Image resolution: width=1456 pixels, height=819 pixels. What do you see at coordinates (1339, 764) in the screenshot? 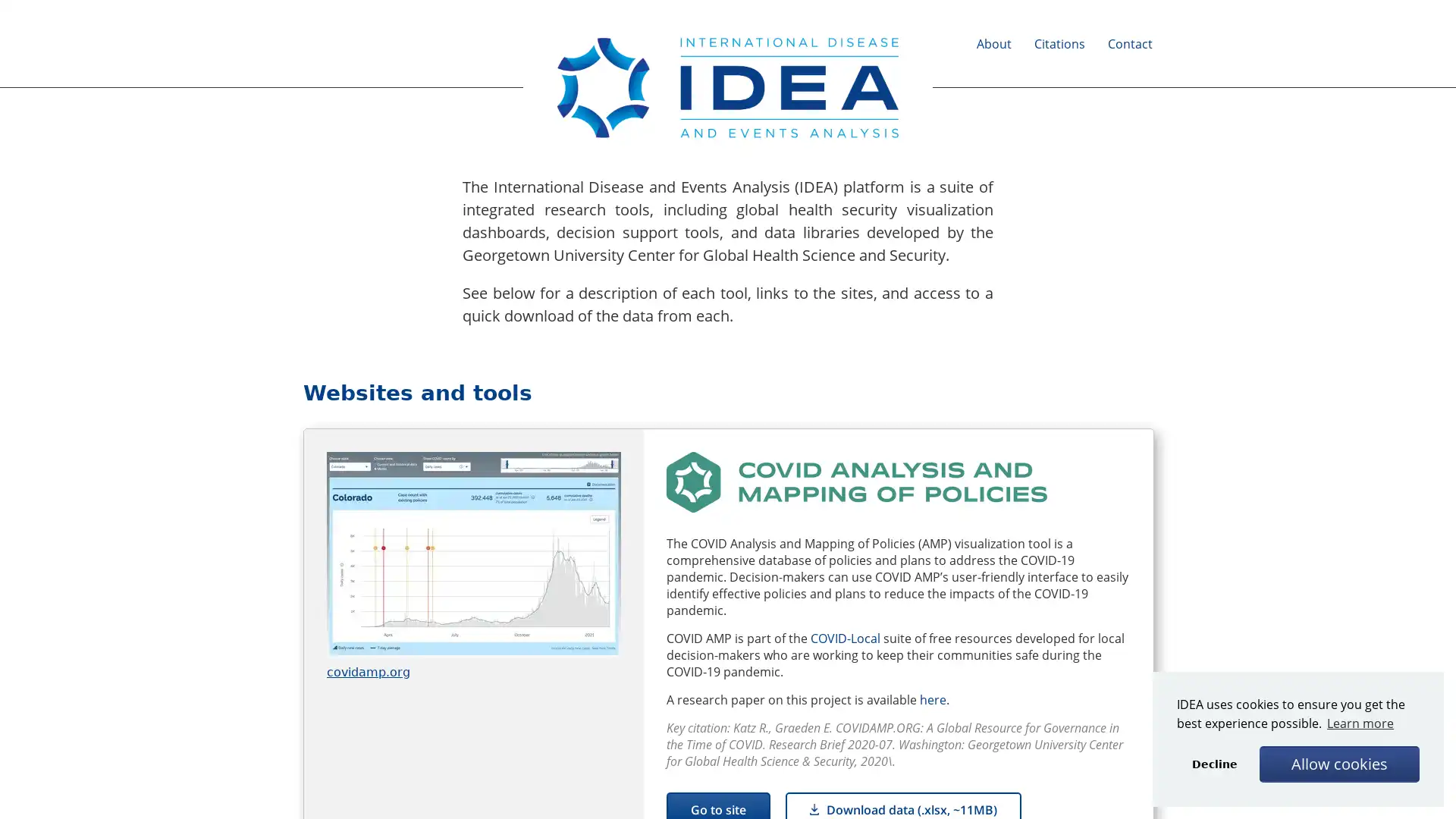
I see `allow cookies` at bounding box center [1339, 764].